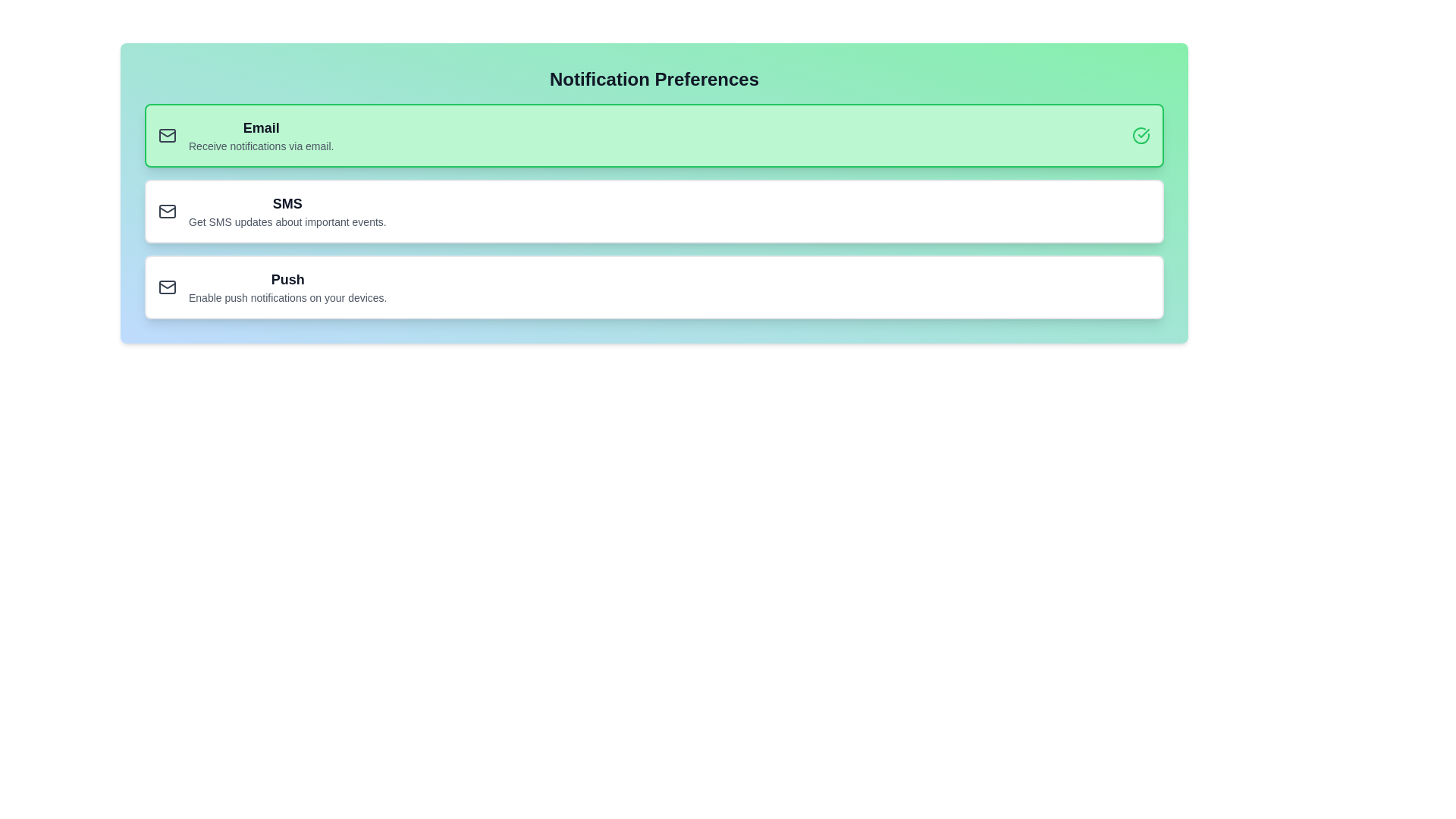  Describe the element at coordinates (287, 287) in the screenshot. I see `the descriptive label for 'Push' notifications located centrally within the notification preferences interface, positioned between the 'SMS' card and an empty space` at that location.